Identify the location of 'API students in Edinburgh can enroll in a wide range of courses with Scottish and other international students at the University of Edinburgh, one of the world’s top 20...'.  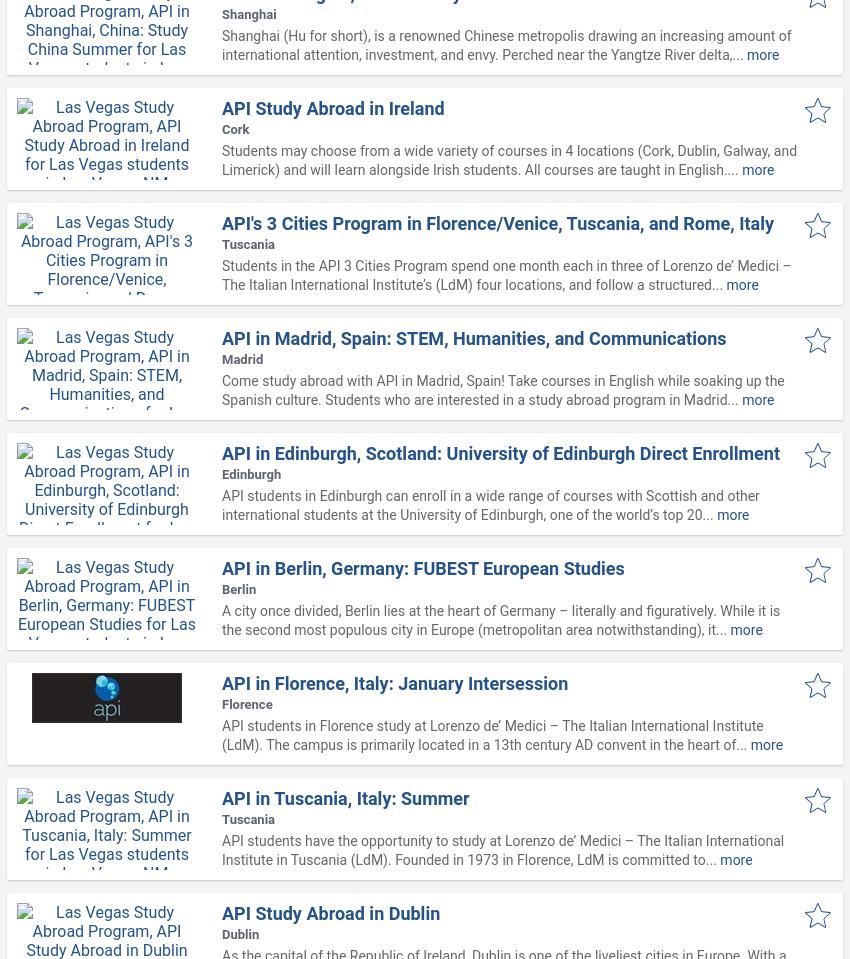
(490, 505).